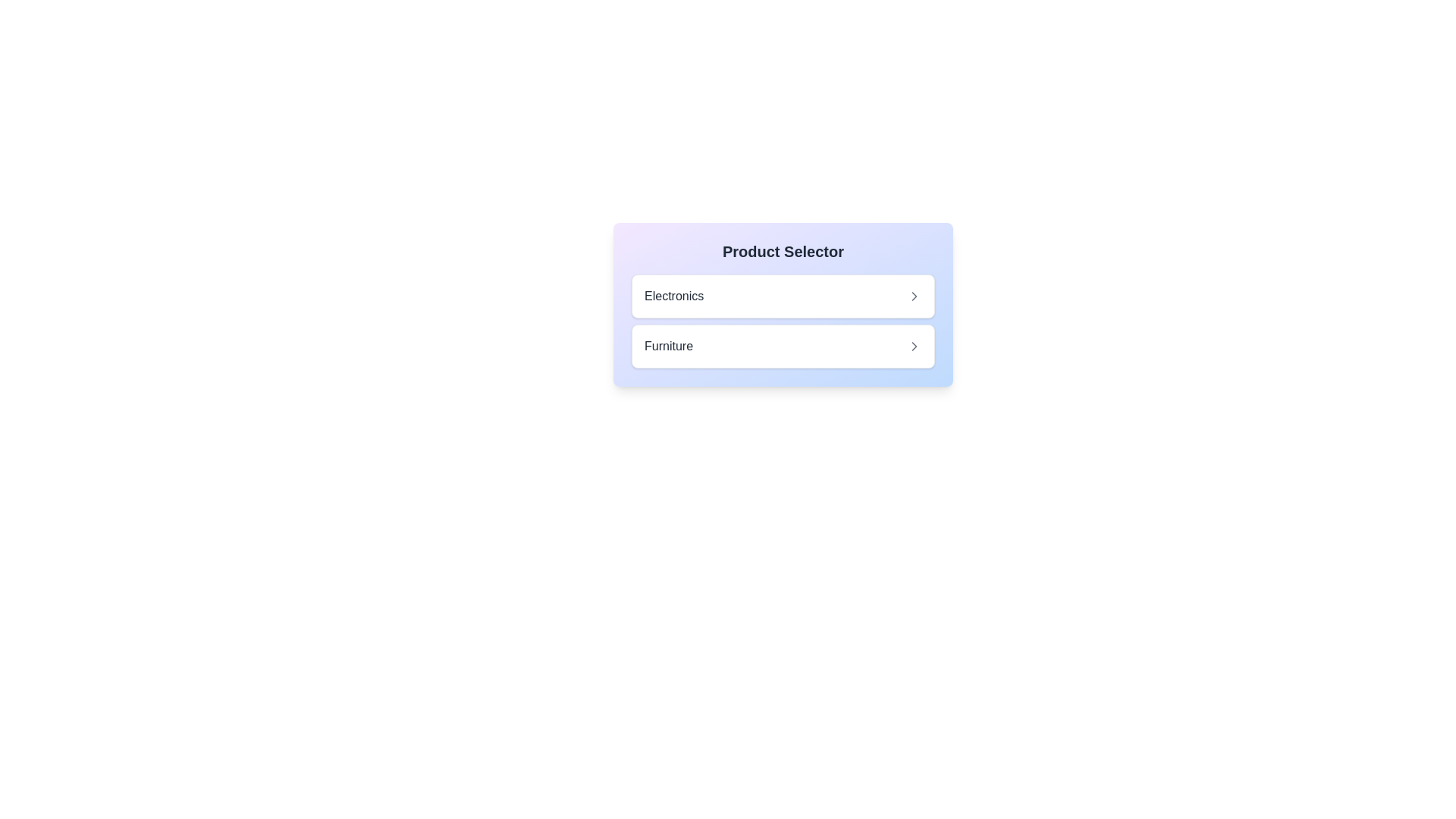 This screenshot has height=819, width=1456. Describe the element at coordinates (673, 296) in the screenshot. I see `the 'Electronics' category label element` at that location.